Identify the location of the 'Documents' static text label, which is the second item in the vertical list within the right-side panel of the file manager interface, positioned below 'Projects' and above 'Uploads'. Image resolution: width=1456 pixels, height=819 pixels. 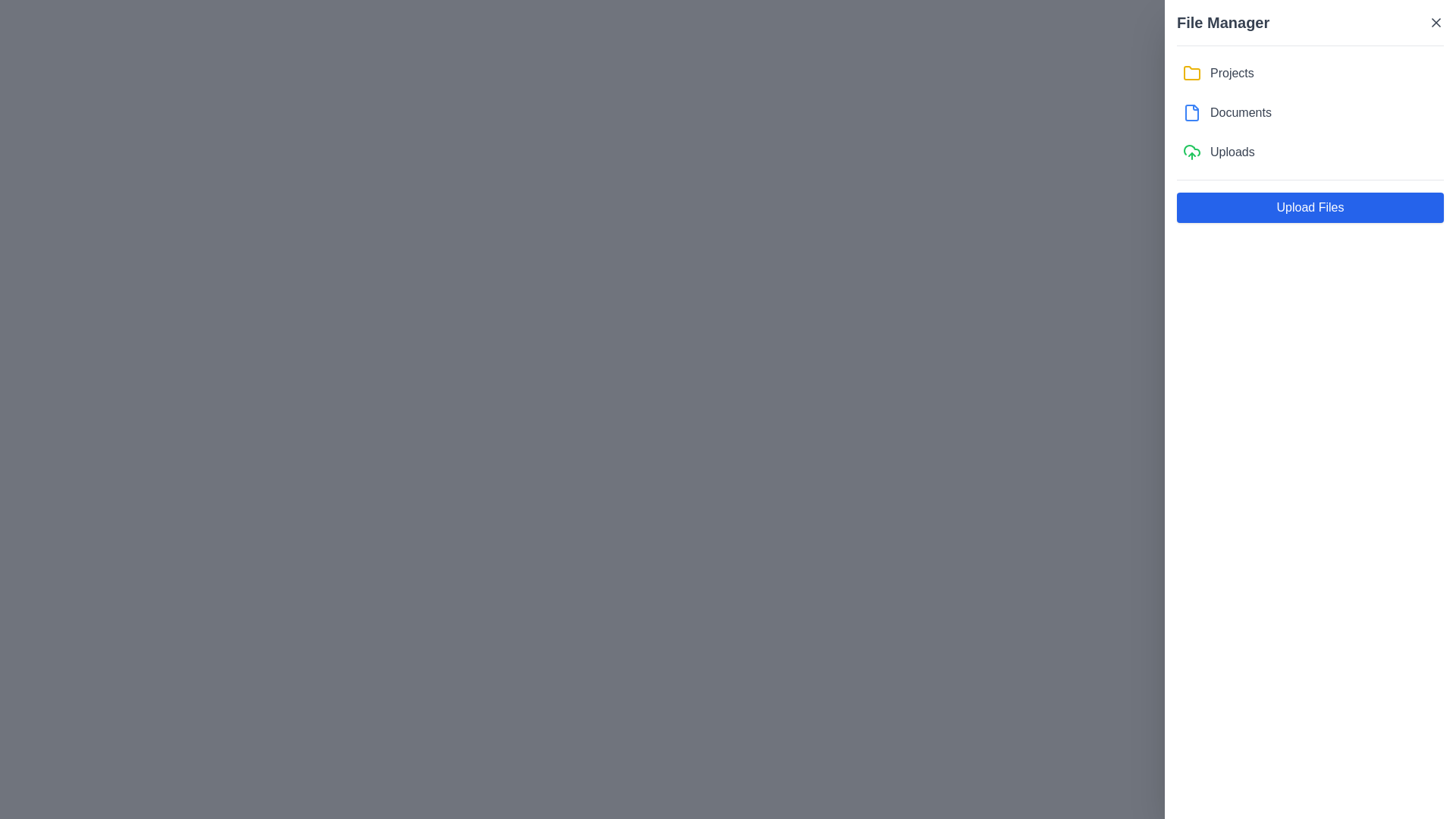
(1241, 112).